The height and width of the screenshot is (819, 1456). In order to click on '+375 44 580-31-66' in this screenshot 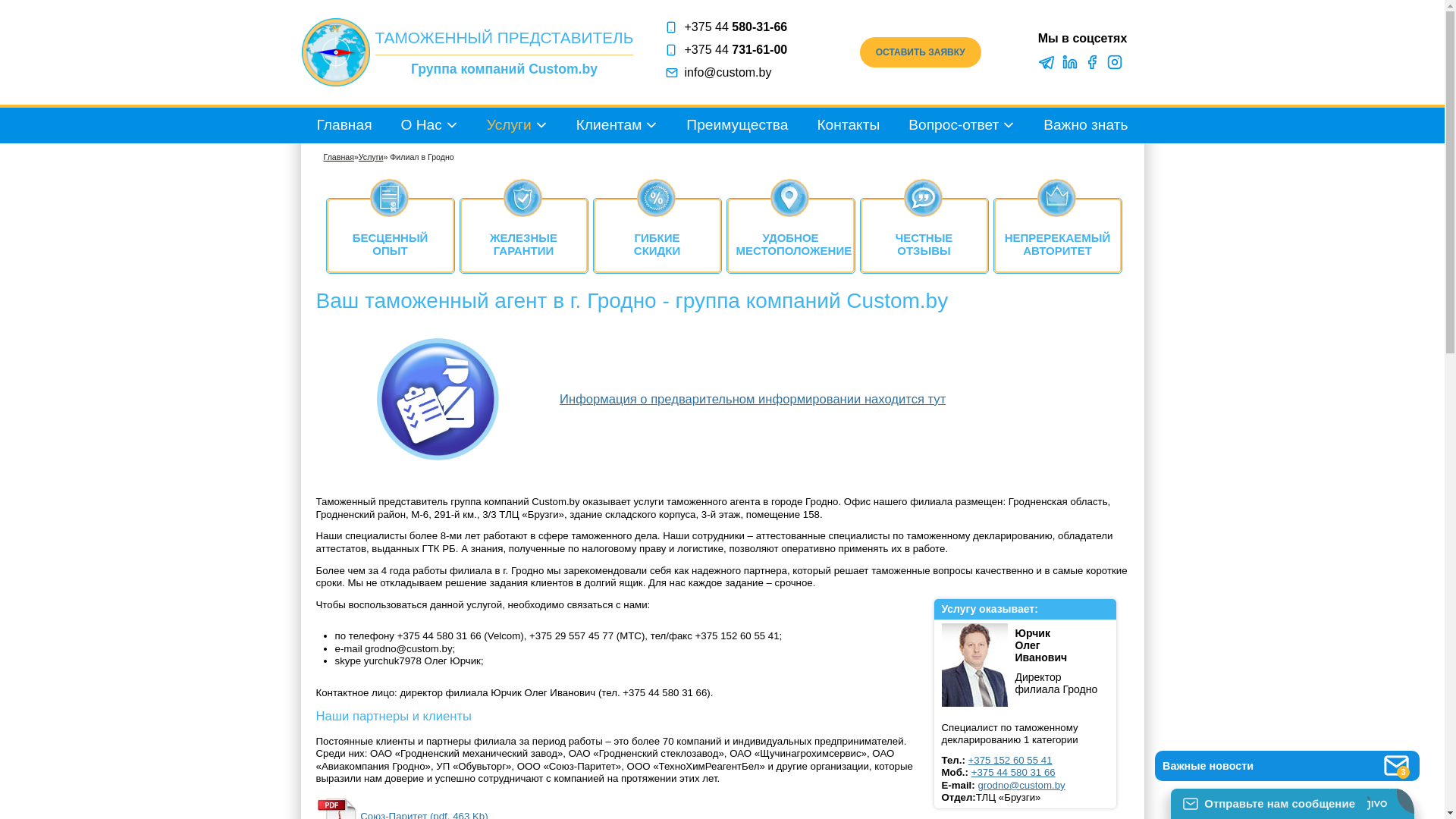, I will do `click(739, 27)`.